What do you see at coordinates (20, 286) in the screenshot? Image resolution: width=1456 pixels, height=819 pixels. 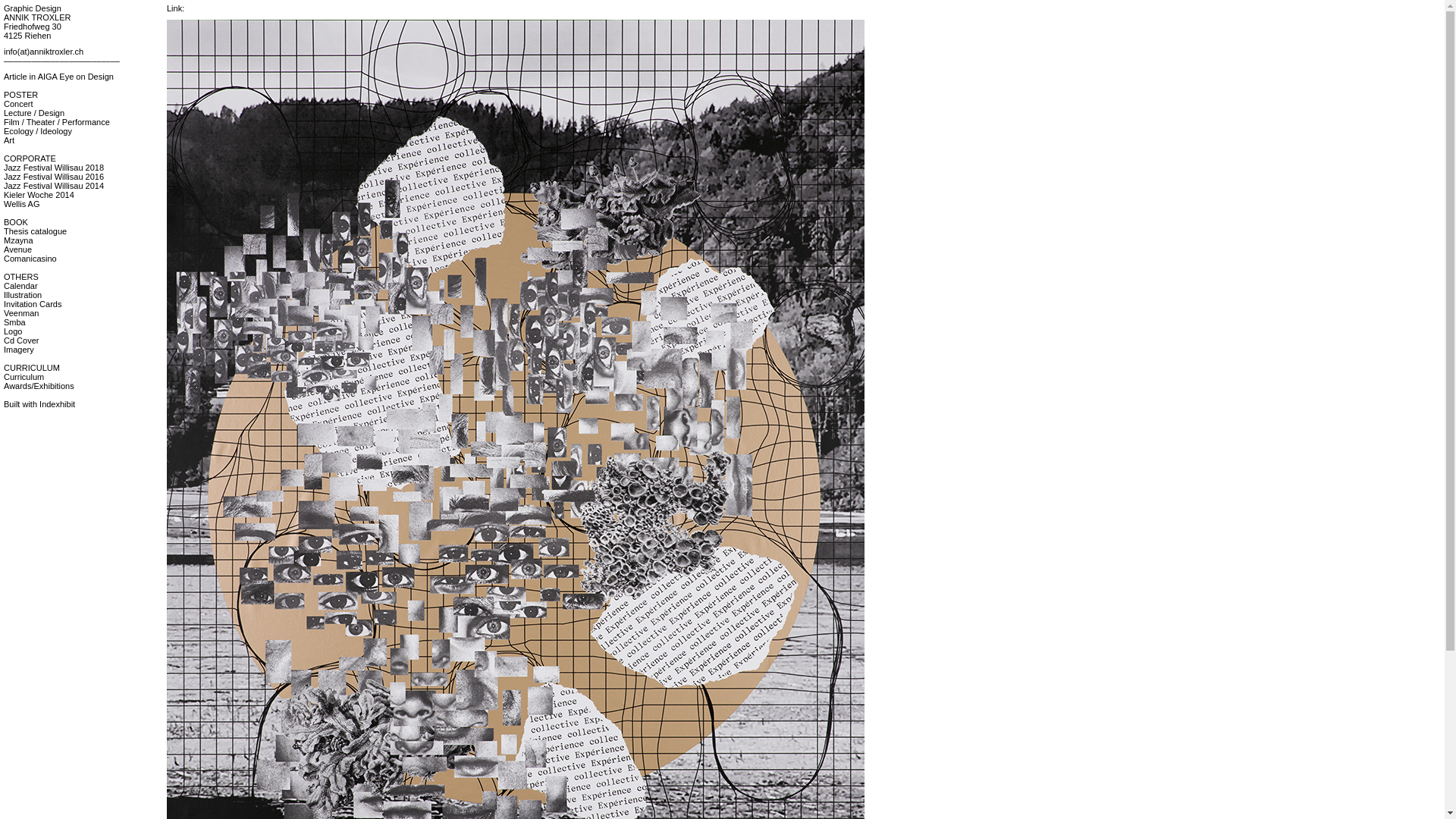 I see `'Calendar'` at bounding box center [20, 286].